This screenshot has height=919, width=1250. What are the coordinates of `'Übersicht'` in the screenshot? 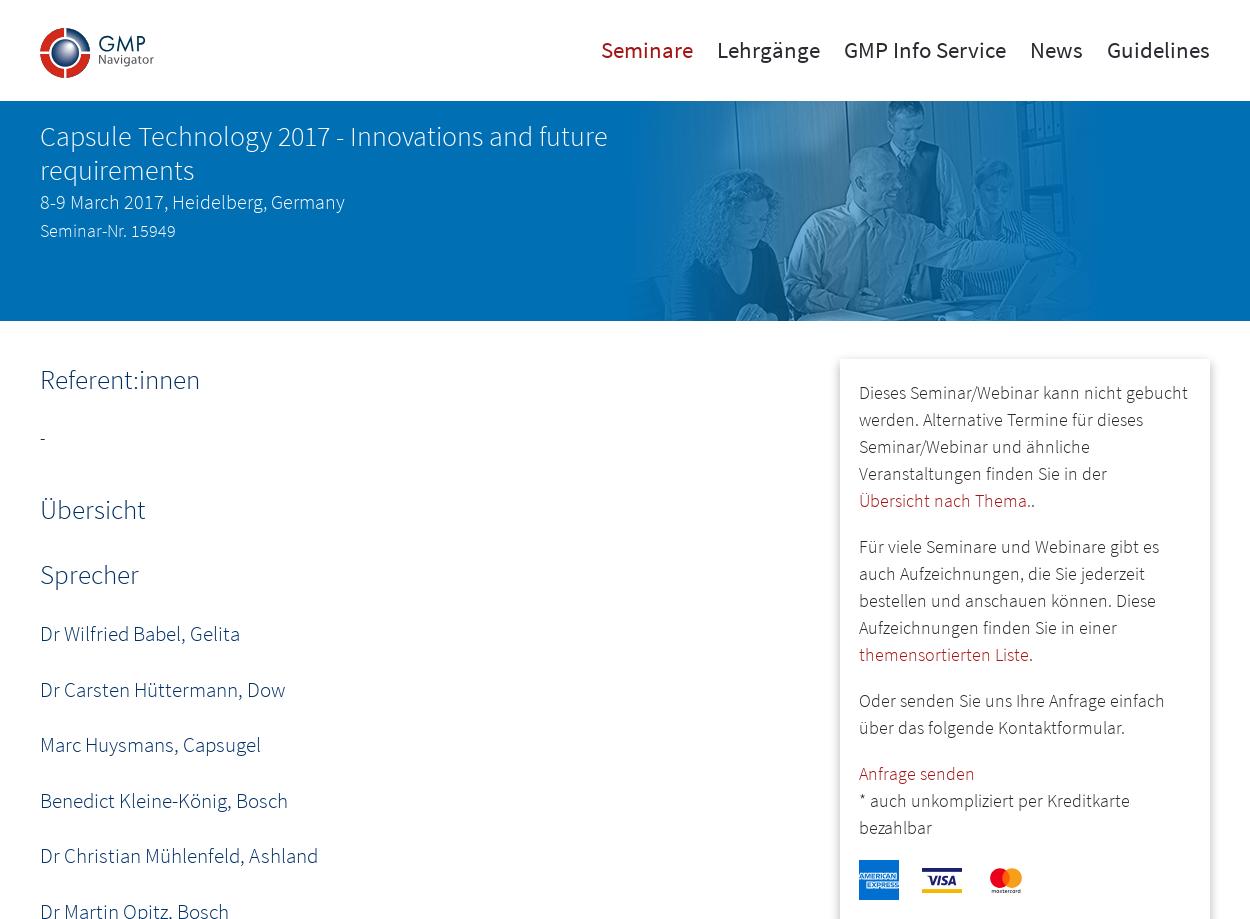 It's located at (91, 508).